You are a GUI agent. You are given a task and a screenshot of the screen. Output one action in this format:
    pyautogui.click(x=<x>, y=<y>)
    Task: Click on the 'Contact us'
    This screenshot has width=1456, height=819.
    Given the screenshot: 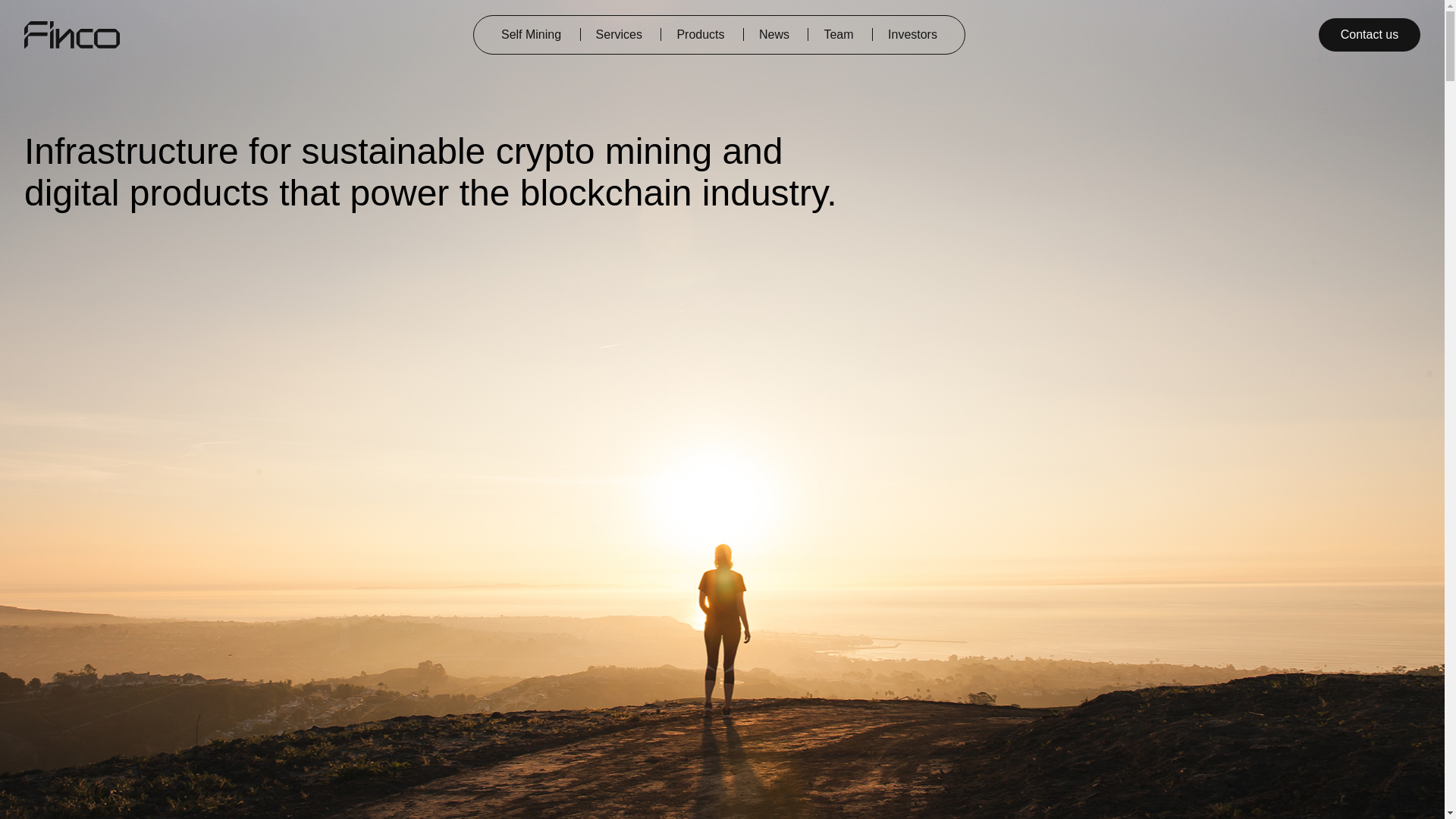 What is the action you would take?
    pyautogui.click(x=1369, y=34)
    